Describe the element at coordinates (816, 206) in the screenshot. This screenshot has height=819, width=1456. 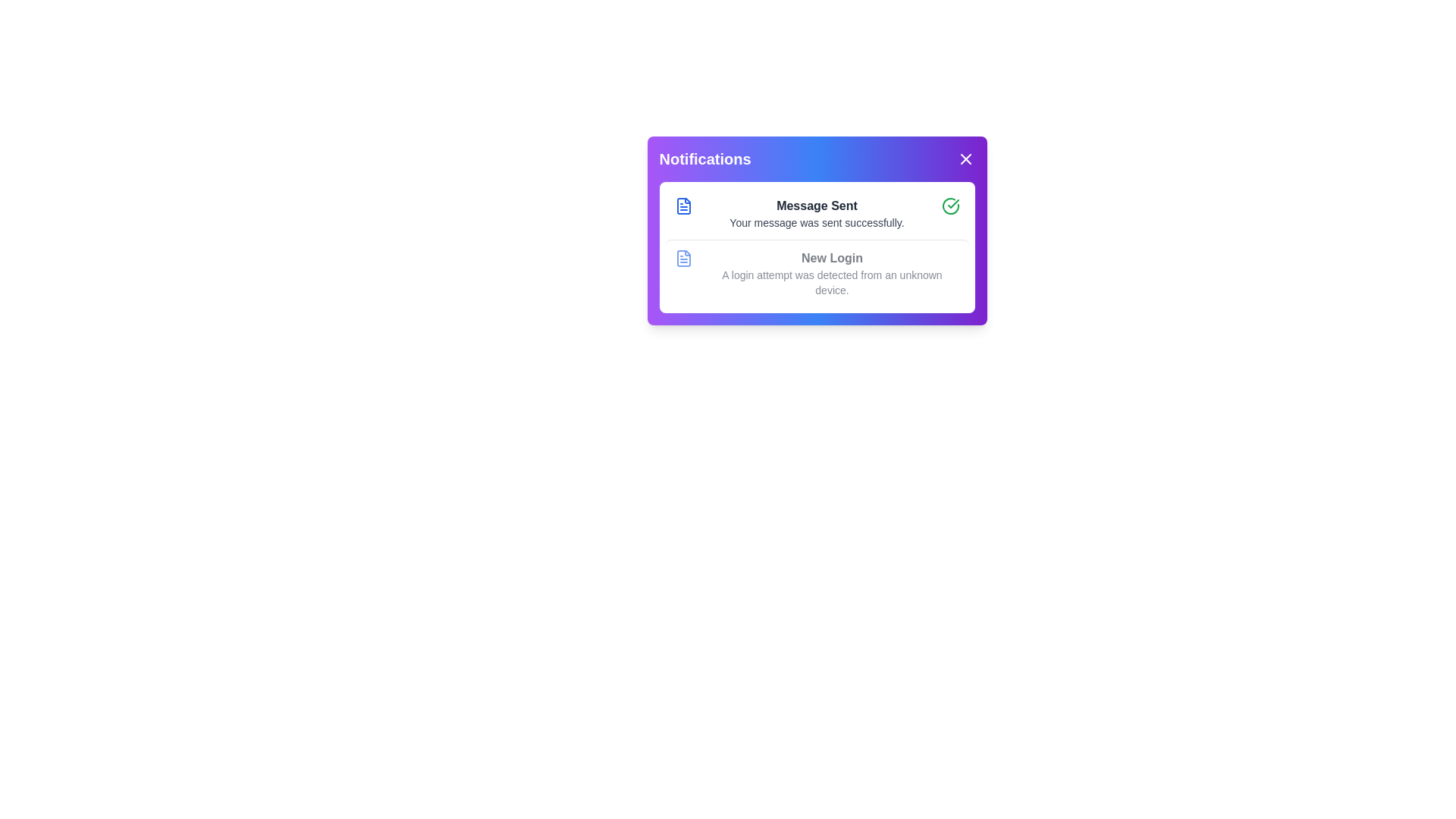
I see `text displayed in the 'Message Sent' text label, which is bold and dark gray, located at the top of the notification card` at that location.